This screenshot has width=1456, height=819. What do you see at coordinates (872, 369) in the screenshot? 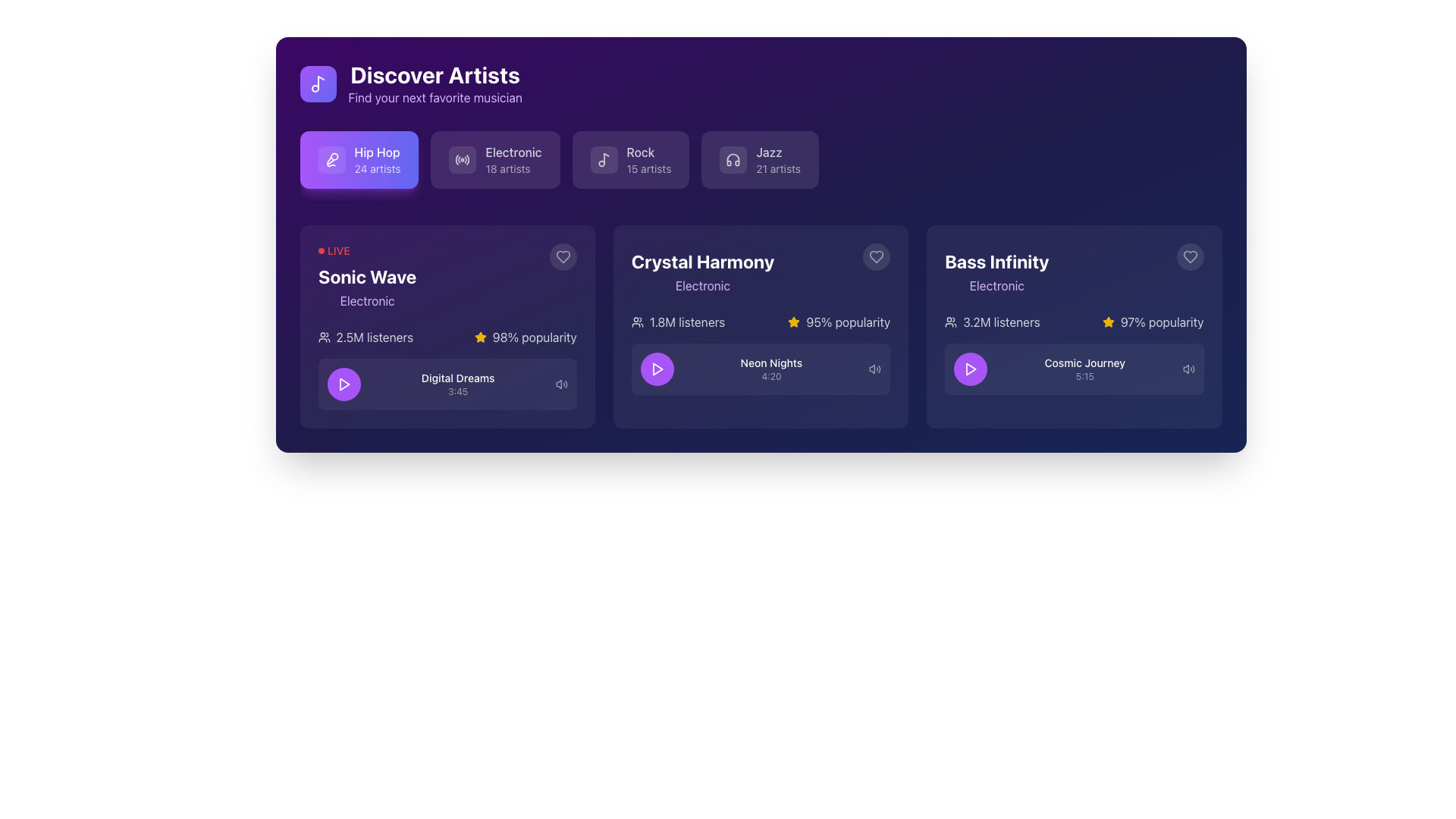
I see `the leftmost contour of the speaker cone within the speaker icon in the audio control interface` at bounding box center [872, 369].